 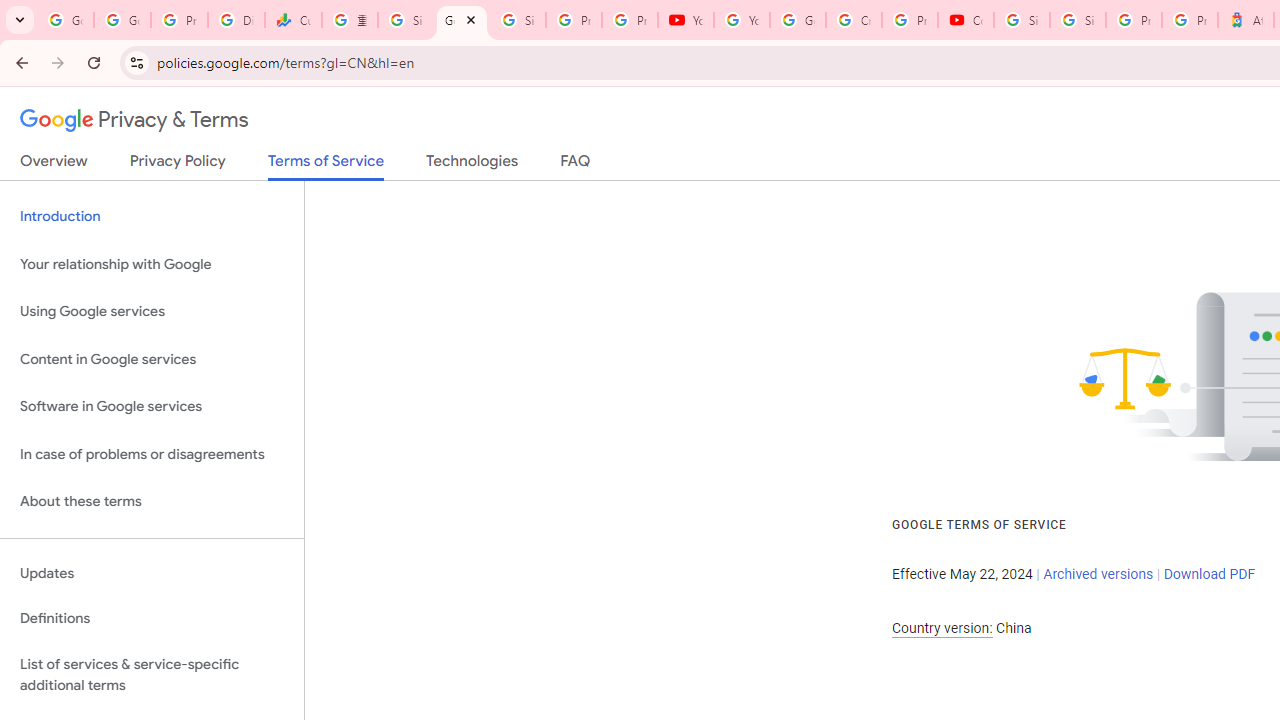 What do you see at coordinates (941, 627) in the screenshot?
I see `'Country version:'` at bounding box center [941, 627].